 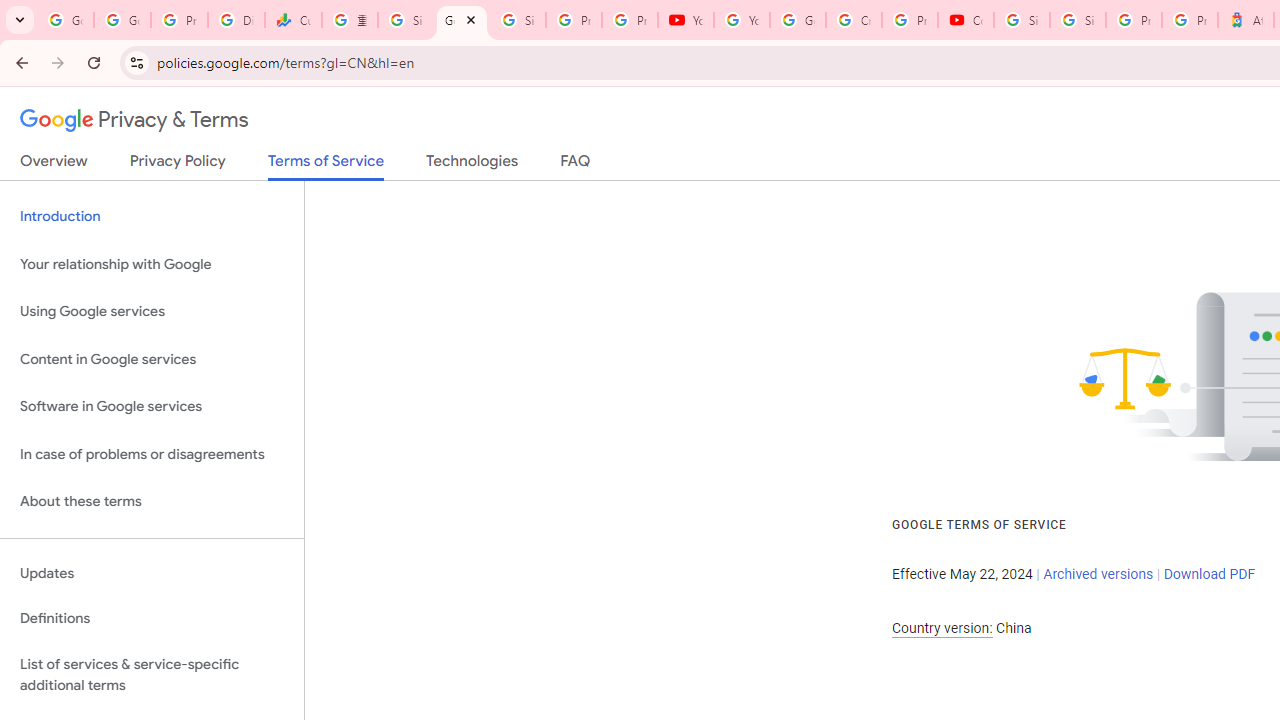 What do you see at coordinates (941, 627) in the screenshot?
I see `'Country version:'` at bounding box center [941, 627].